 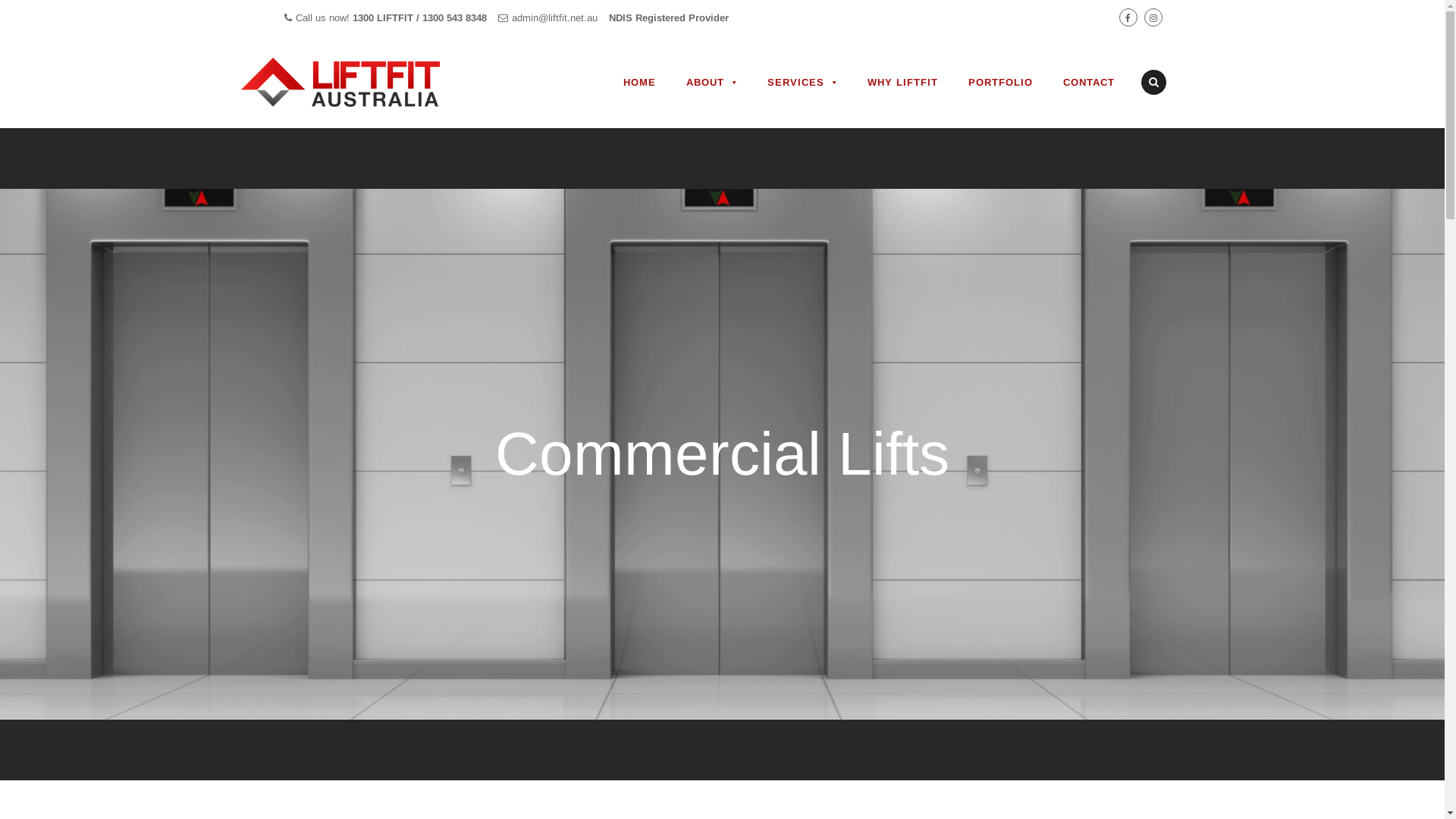 I want to click on 'ABOUT', so click(x=710, y=82).